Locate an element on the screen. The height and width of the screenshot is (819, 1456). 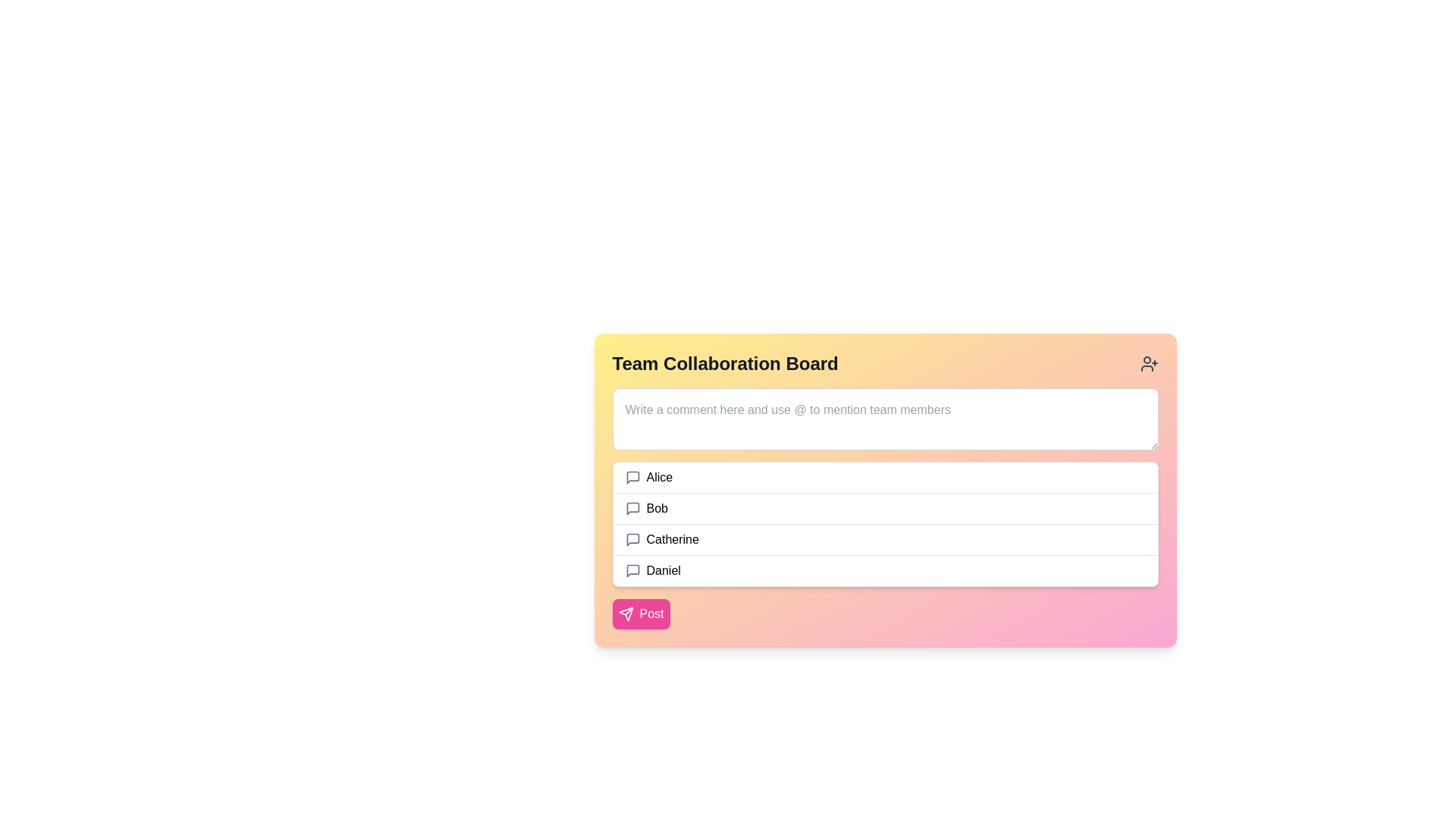
an entry in the List panel labeled 'Alice', 'Bob', 'Catherine', or 'Daniel' is located at coordinates (885, 523).